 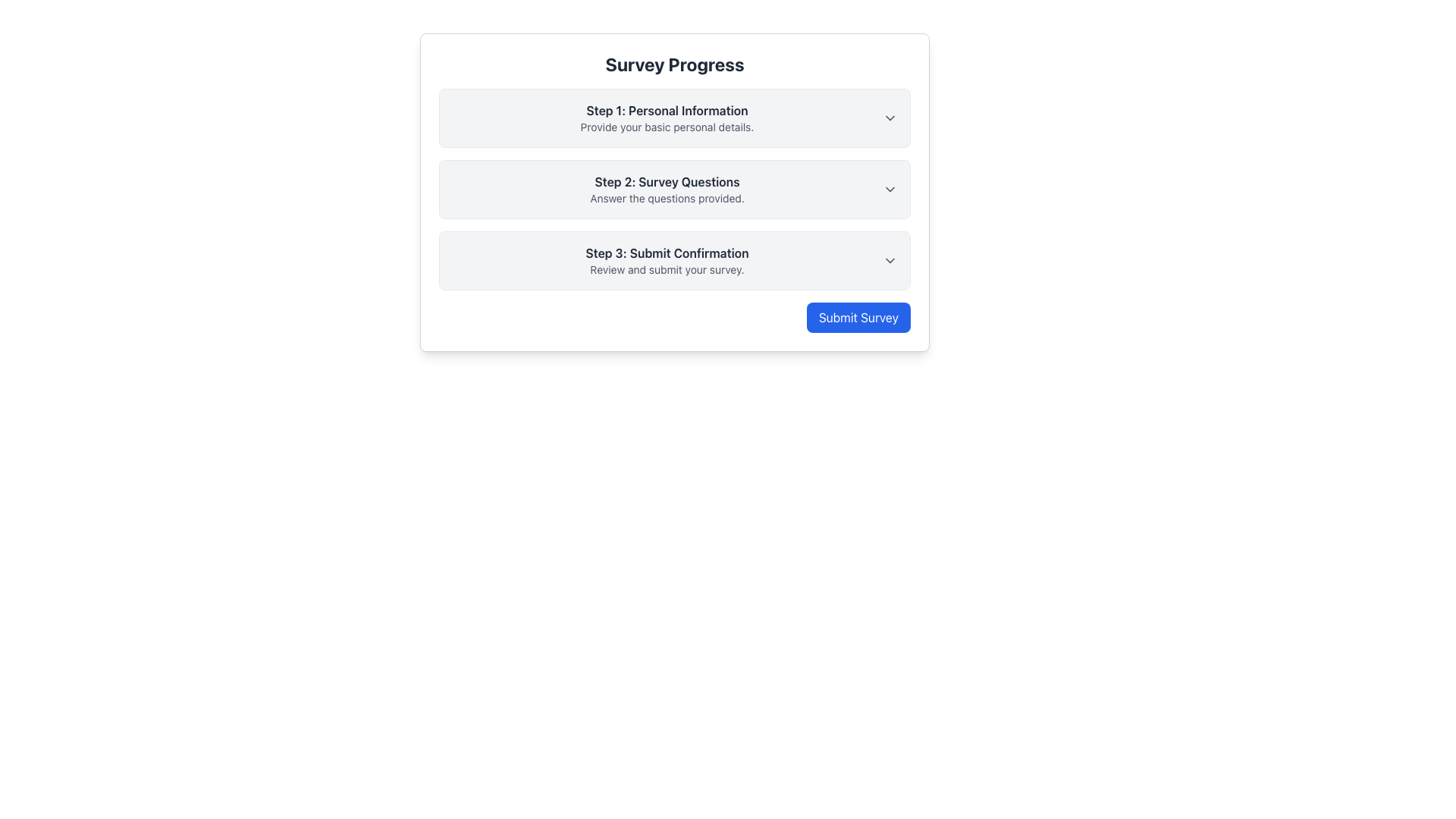 What do you see at coordinates (667, 189) in the screenshot?
I see `textual content of the Descriptive Text Block that informs the user about the second step in the survey process, positioned below 'Step 1: Personal Information' and above 'Step 3: Submit Confirmation'` at bounding box center [667, 189].